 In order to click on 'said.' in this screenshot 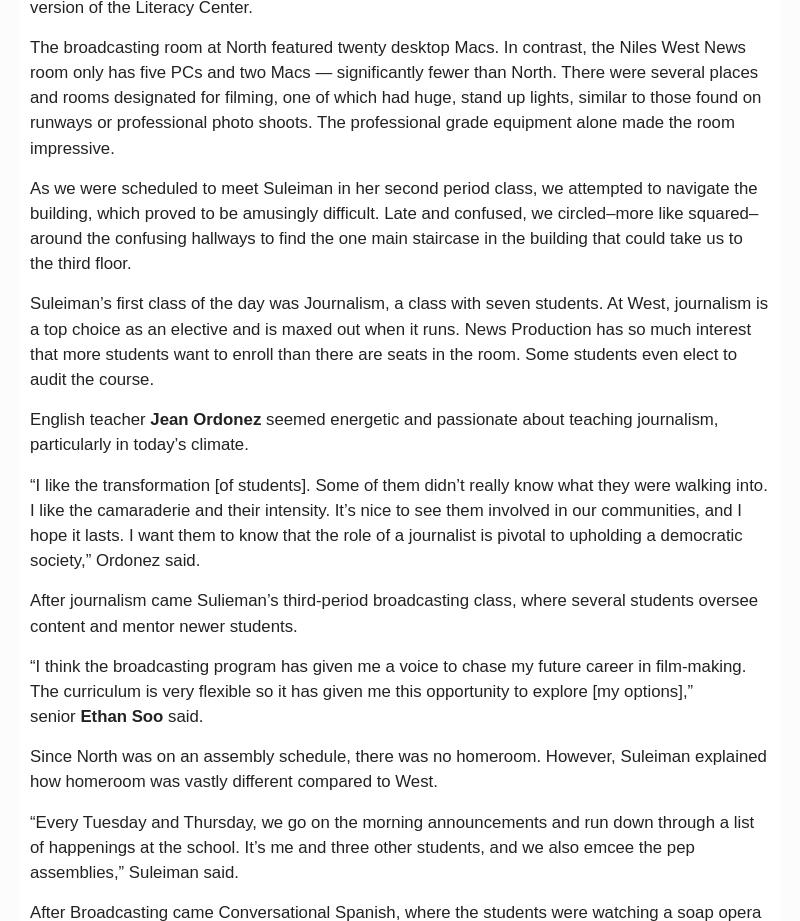, I will do `click(184, 716)`.